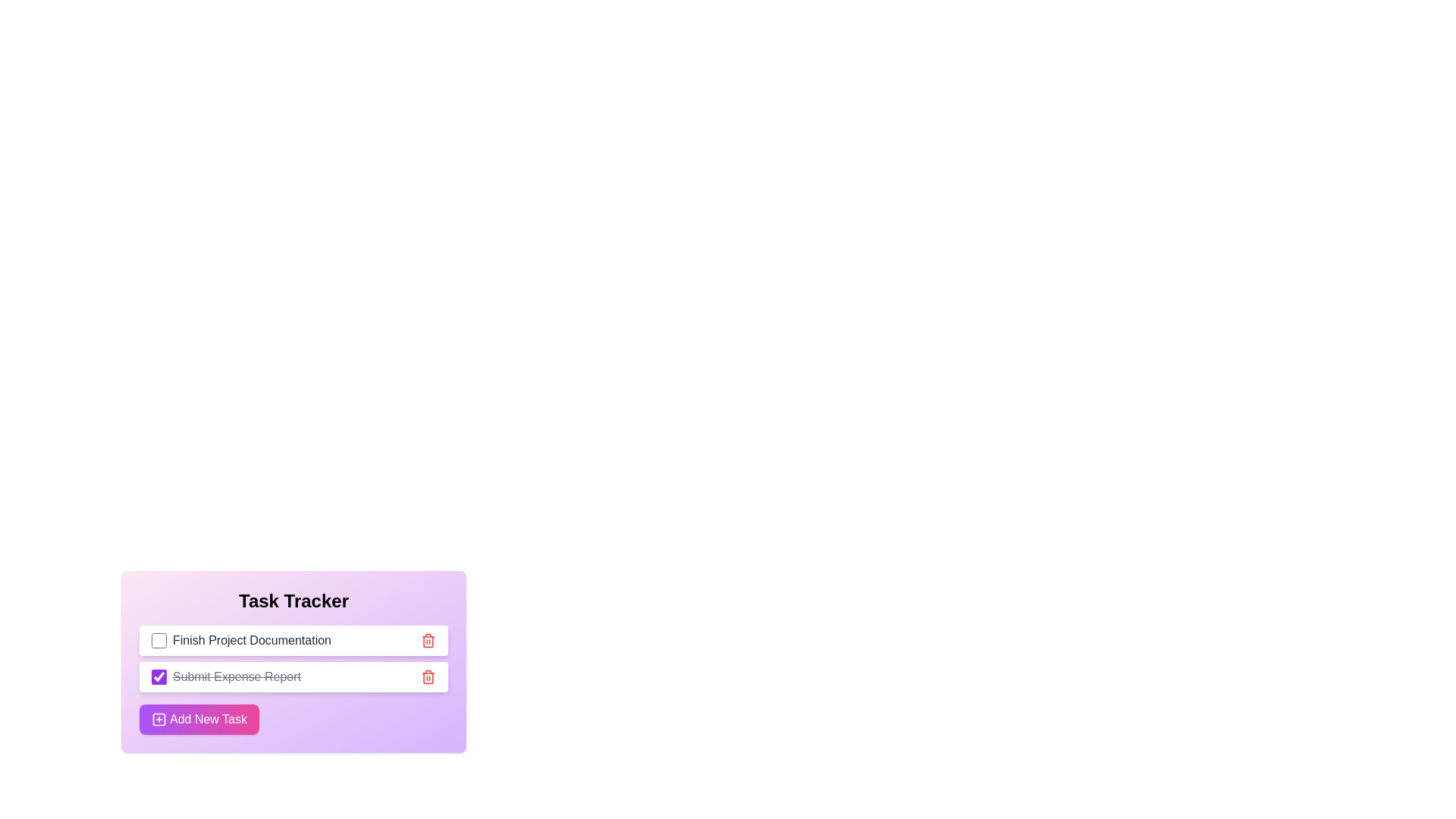  Describe the element at coordinates (240, 640) in the screenshot. I see `the checkbox or the text label 'Finish Project Documentation'` at that location.